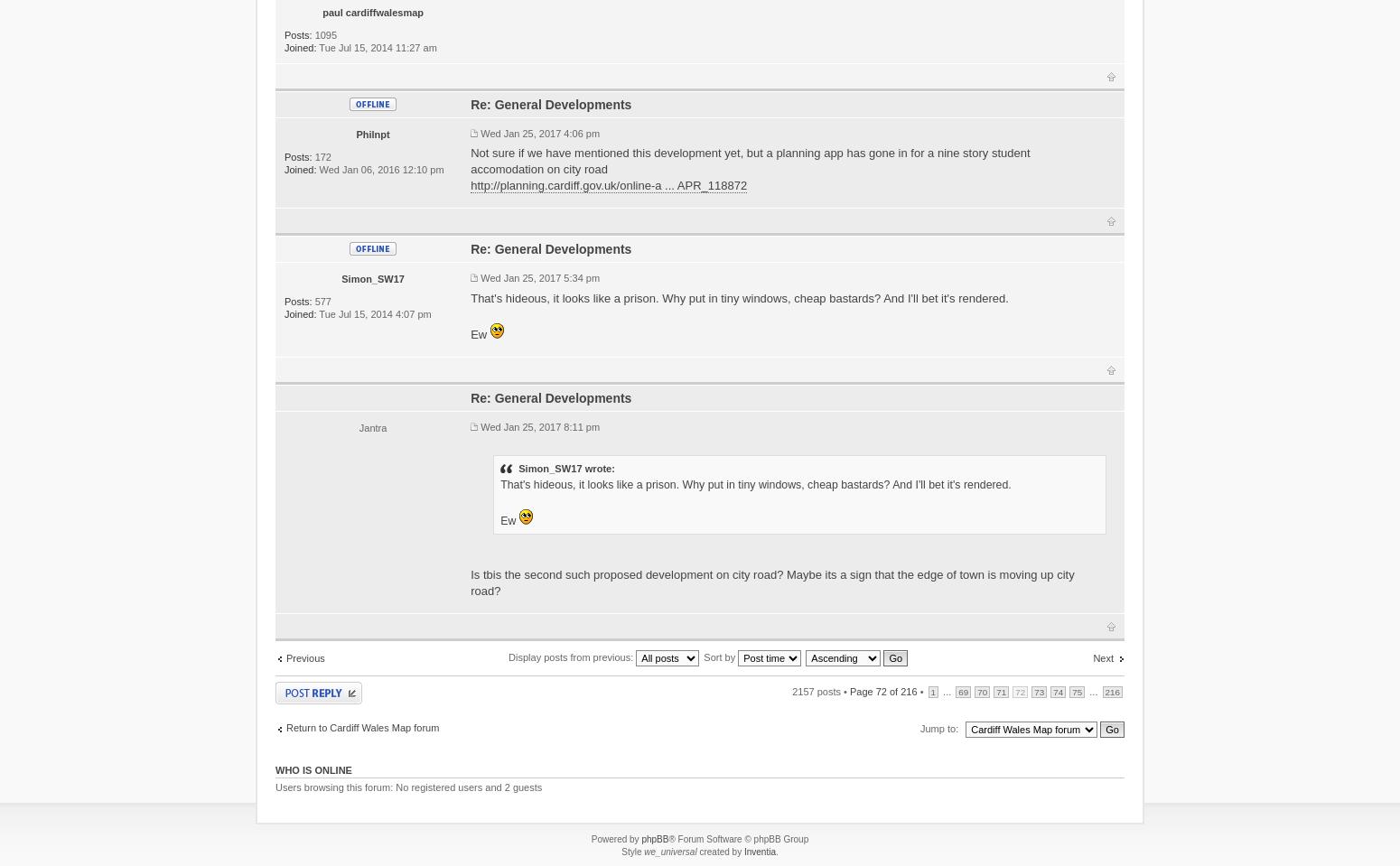  Describe the element at coordinates (861, 690) in the screenshot. I see `'Page'` at that location.